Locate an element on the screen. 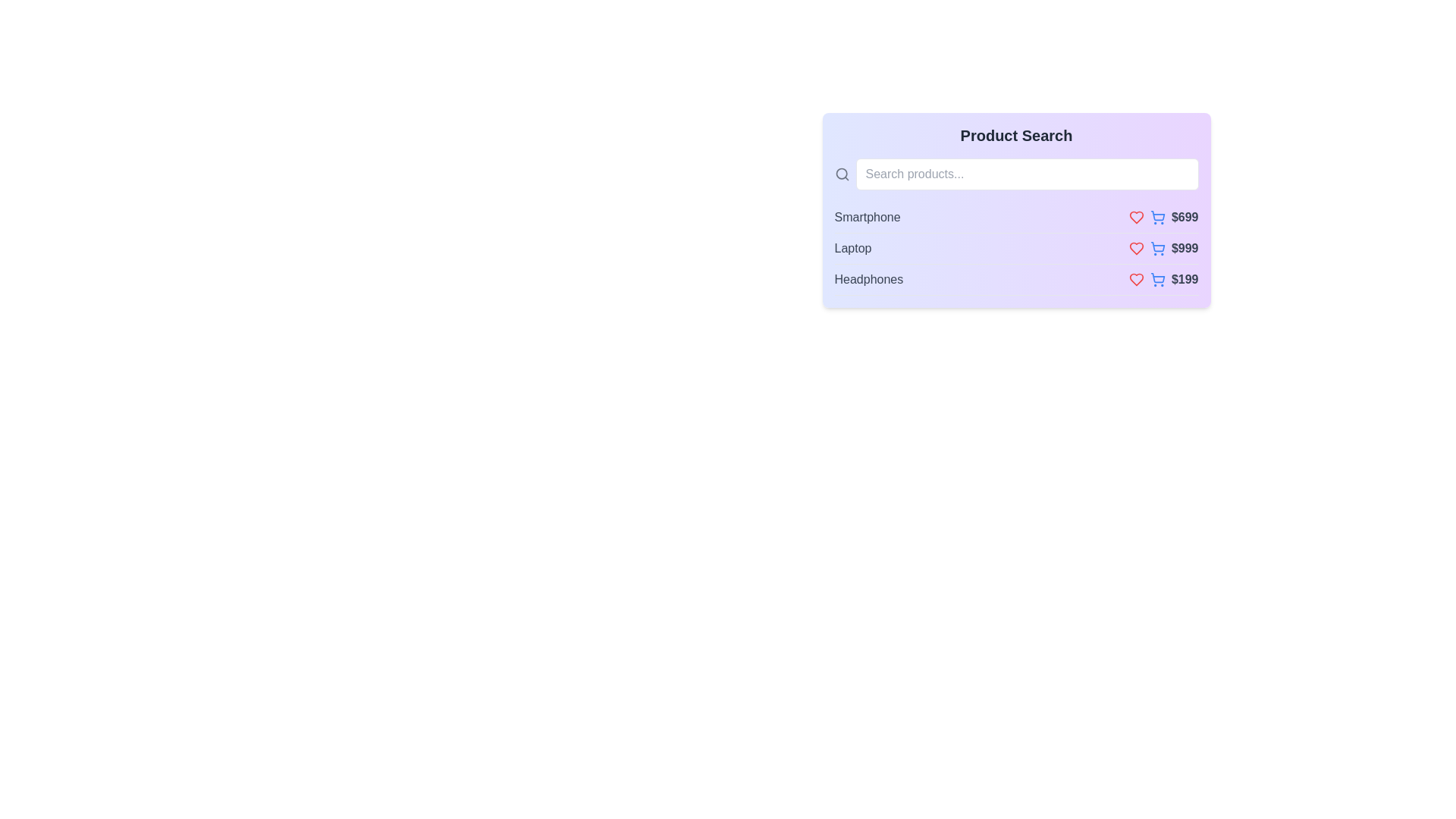 This screenshot has width=1456, height=819. the price text label displaying the price of the 'Laptop' product, which is positioned in the second row of the product list, to the immediate right of the shopping cart icon is located at coordinates (1163, 247).